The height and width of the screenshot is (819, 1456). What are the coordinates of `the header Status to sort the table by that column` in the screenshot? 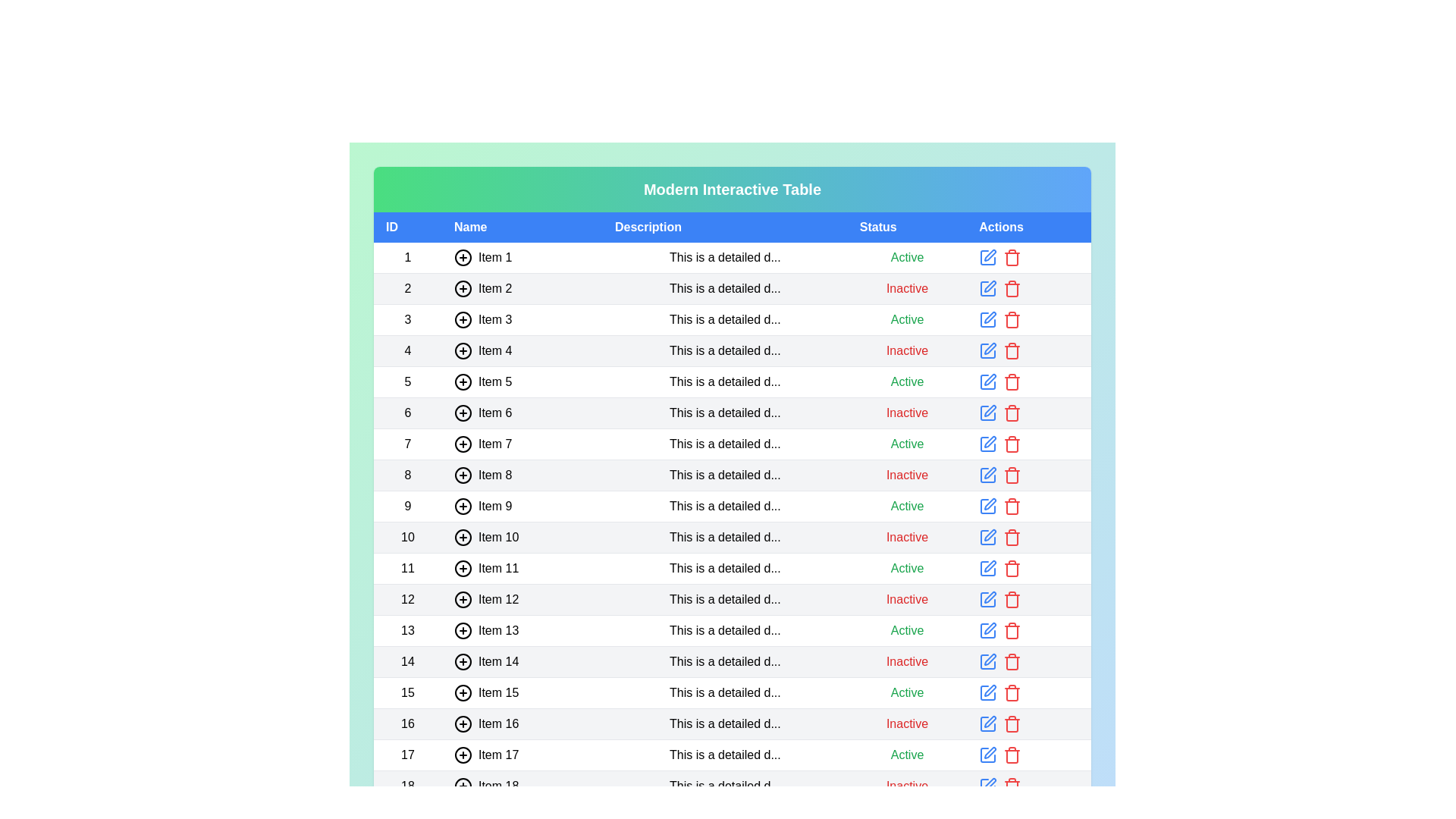 It's located at (907, 227).